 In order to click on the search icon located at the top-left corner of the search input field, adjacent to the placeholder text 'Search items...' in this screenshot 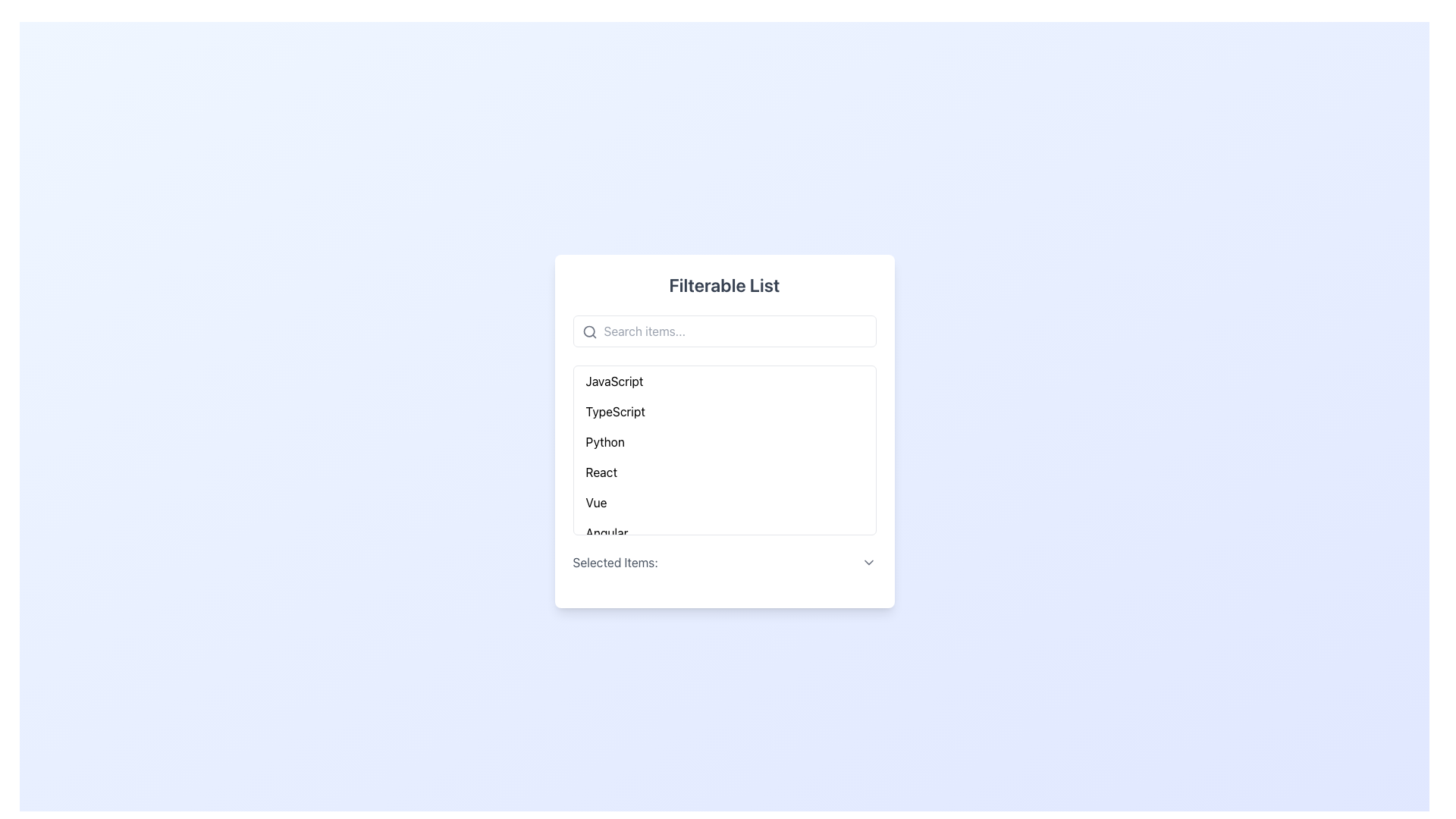, I will do `click(588, 331)`.